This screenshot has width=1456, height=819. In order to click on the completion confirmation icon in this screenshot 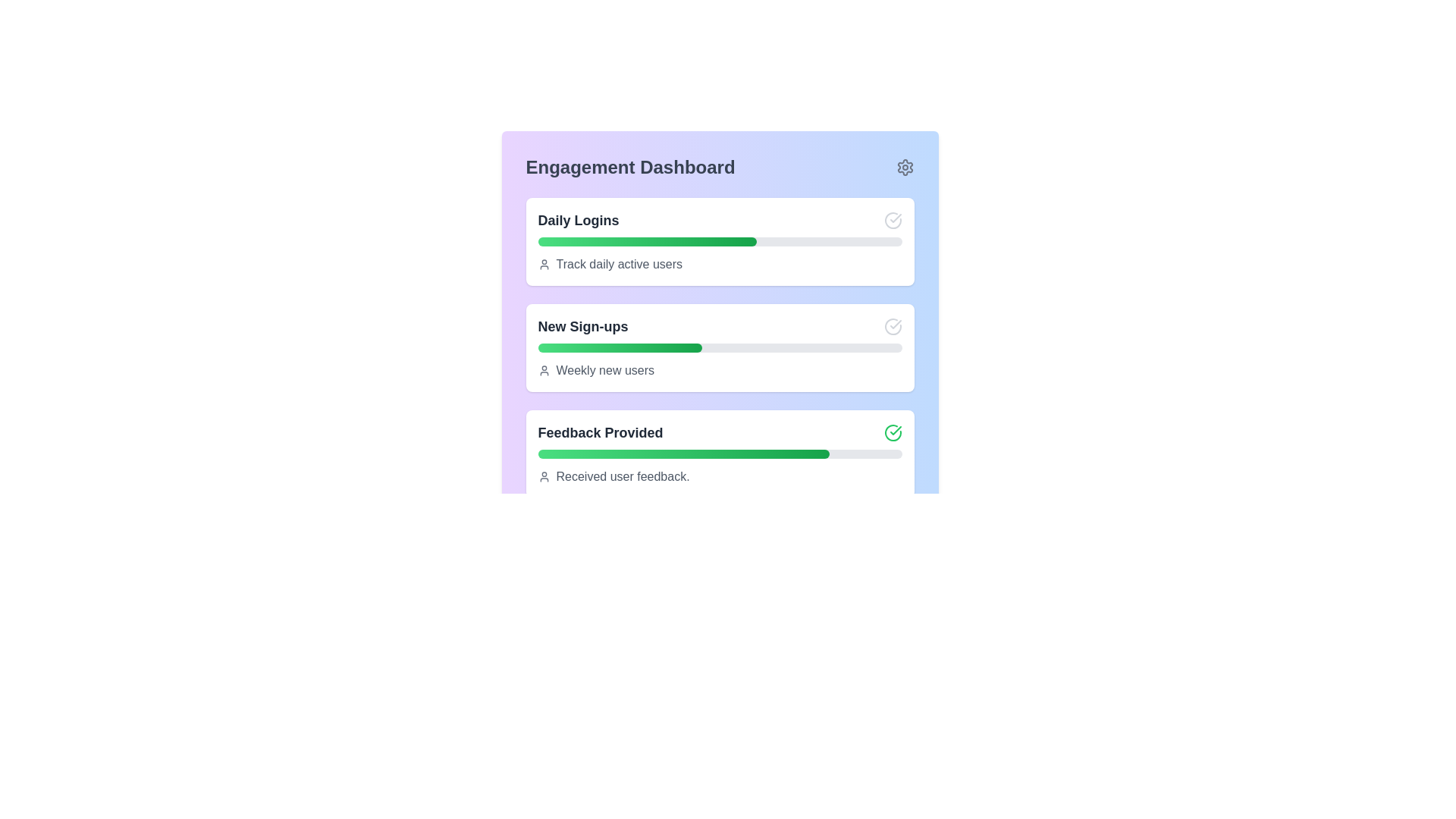, I will do `click(893, 220)`.